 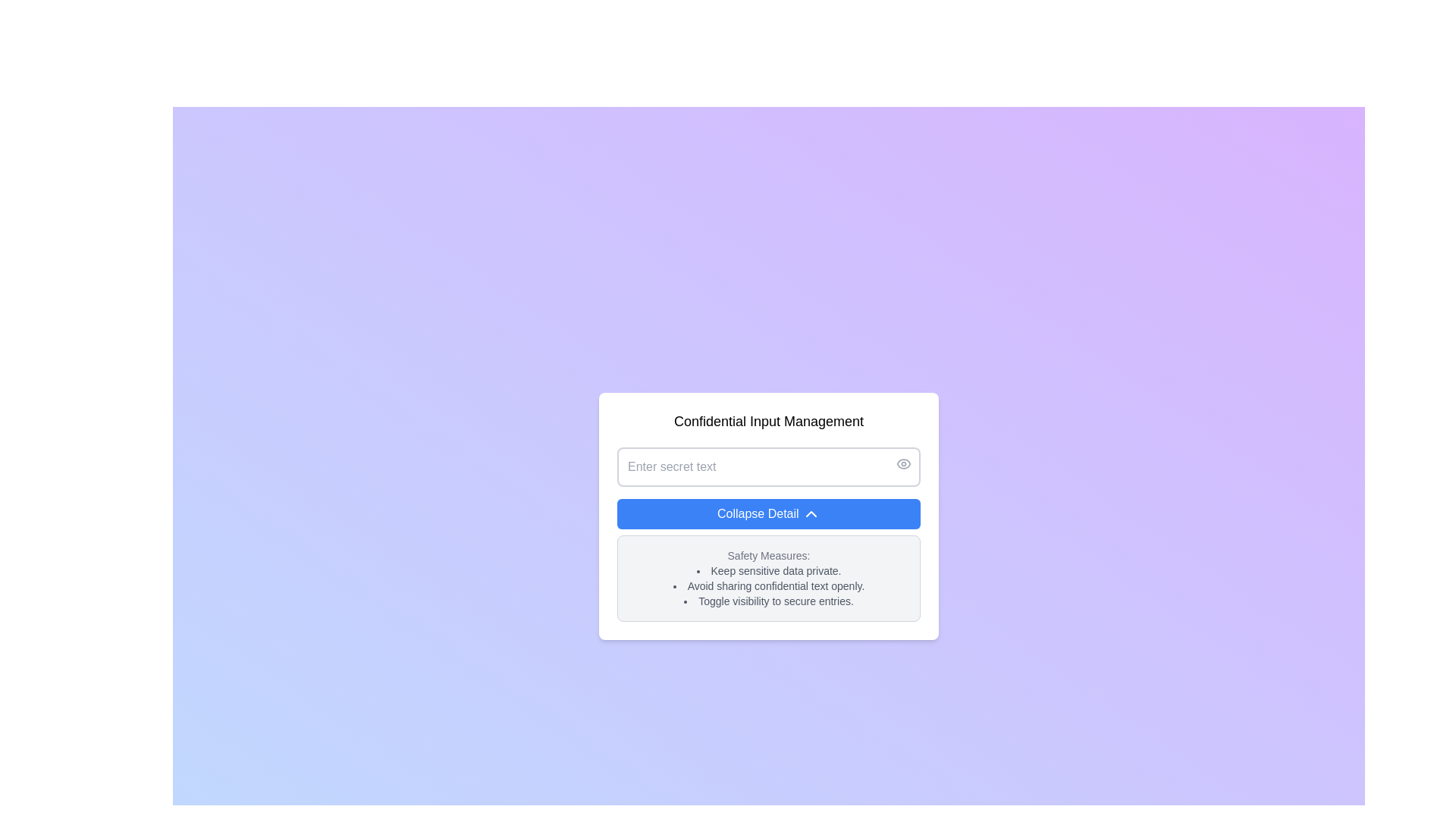 What do you see at coordinates (903, 462) in the screenshot?
I see `the SVG eye icon that acts as a visibility toggle for the 'Enter secret text' input field` at bounding box center [903, 462].